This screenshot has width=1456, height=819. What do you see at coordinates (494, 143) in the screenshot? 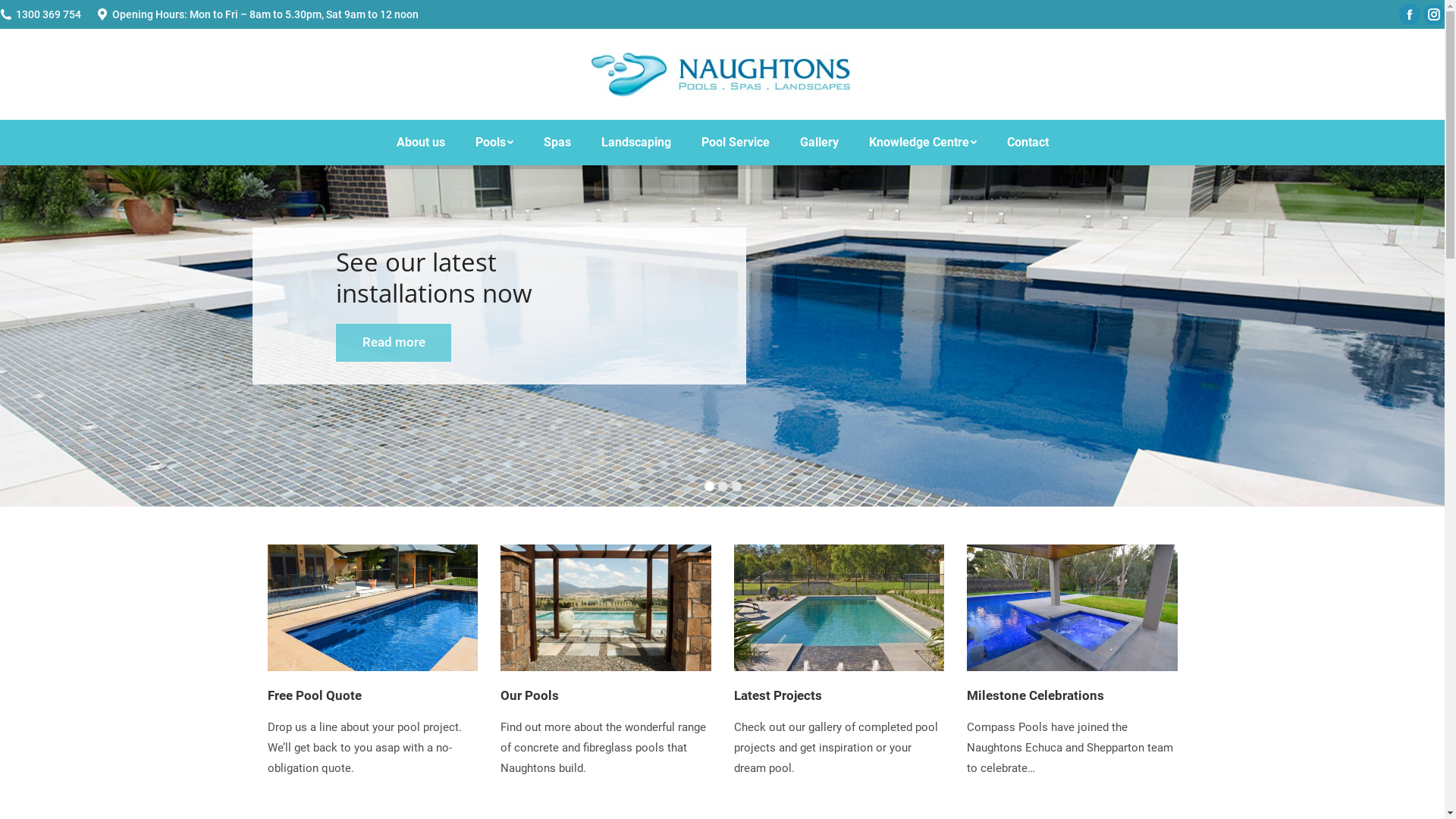
I see `'Pools'` at bounding box center [494, 143].